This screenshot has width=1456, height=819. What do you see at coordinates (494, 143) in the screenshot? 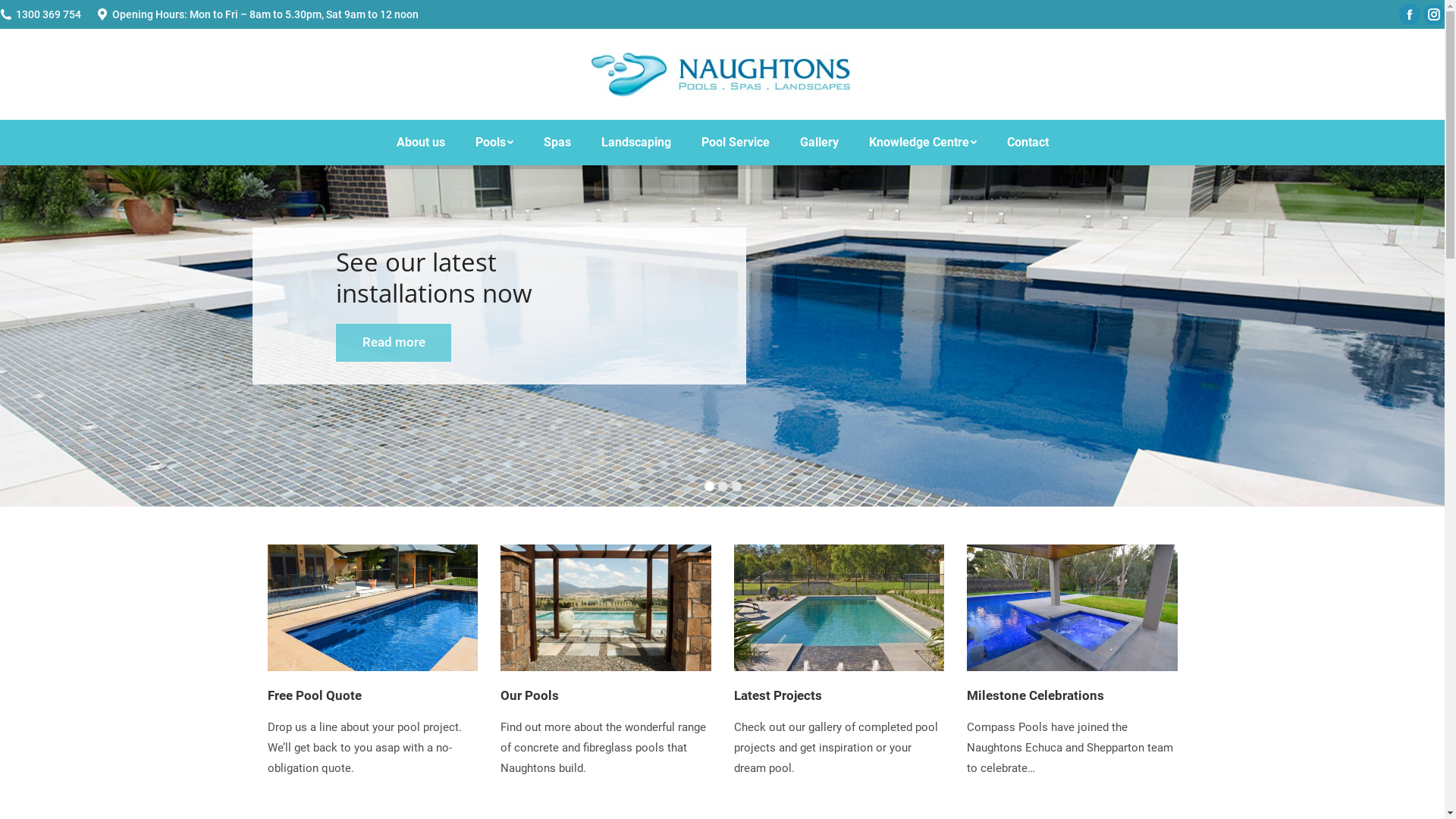
I see `'Pools'` at bounding box center [494, 143].